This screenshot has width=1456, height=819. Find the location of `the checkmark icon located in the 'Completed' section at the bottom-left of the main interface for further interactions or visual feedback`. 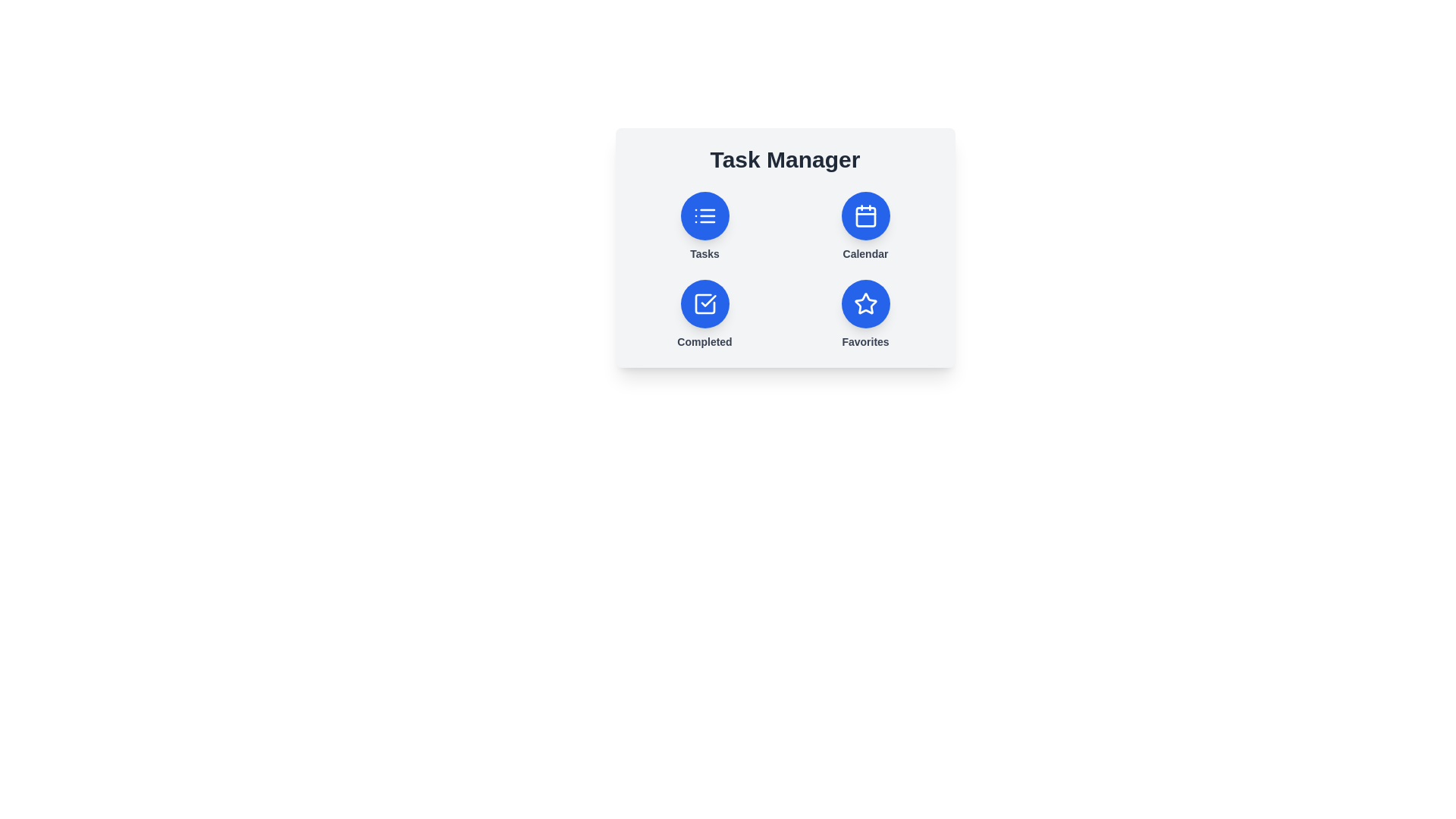

the checkmark icon located in the 'Completed' section at the bottom-left of the main interface for further interactions or visual feedback is located at coordinates (708, 301).